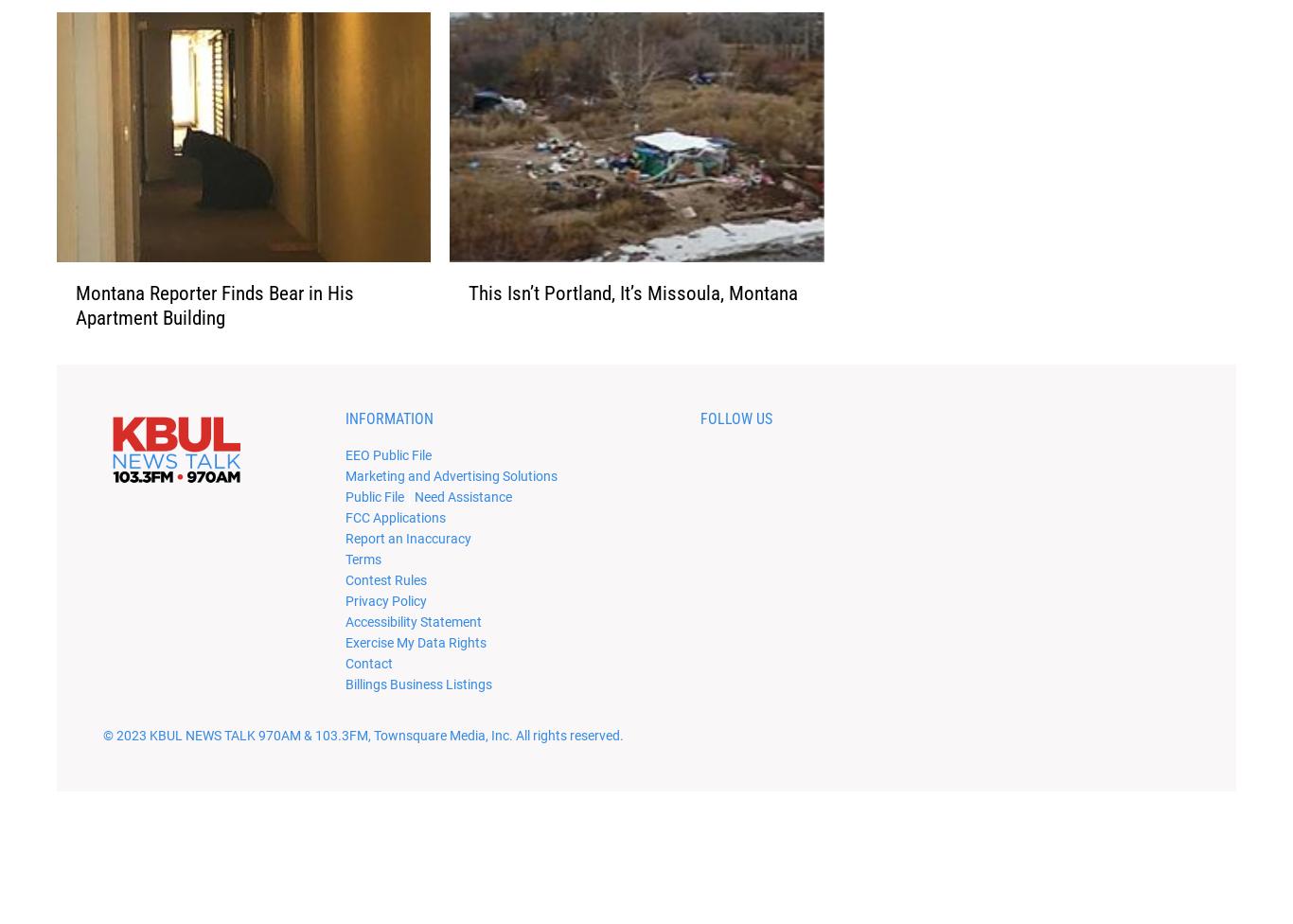  What do you see at coordinates (385, 630) in the screenshot?
I see `'Privacy Policy'` at bounding box center [385, 630].